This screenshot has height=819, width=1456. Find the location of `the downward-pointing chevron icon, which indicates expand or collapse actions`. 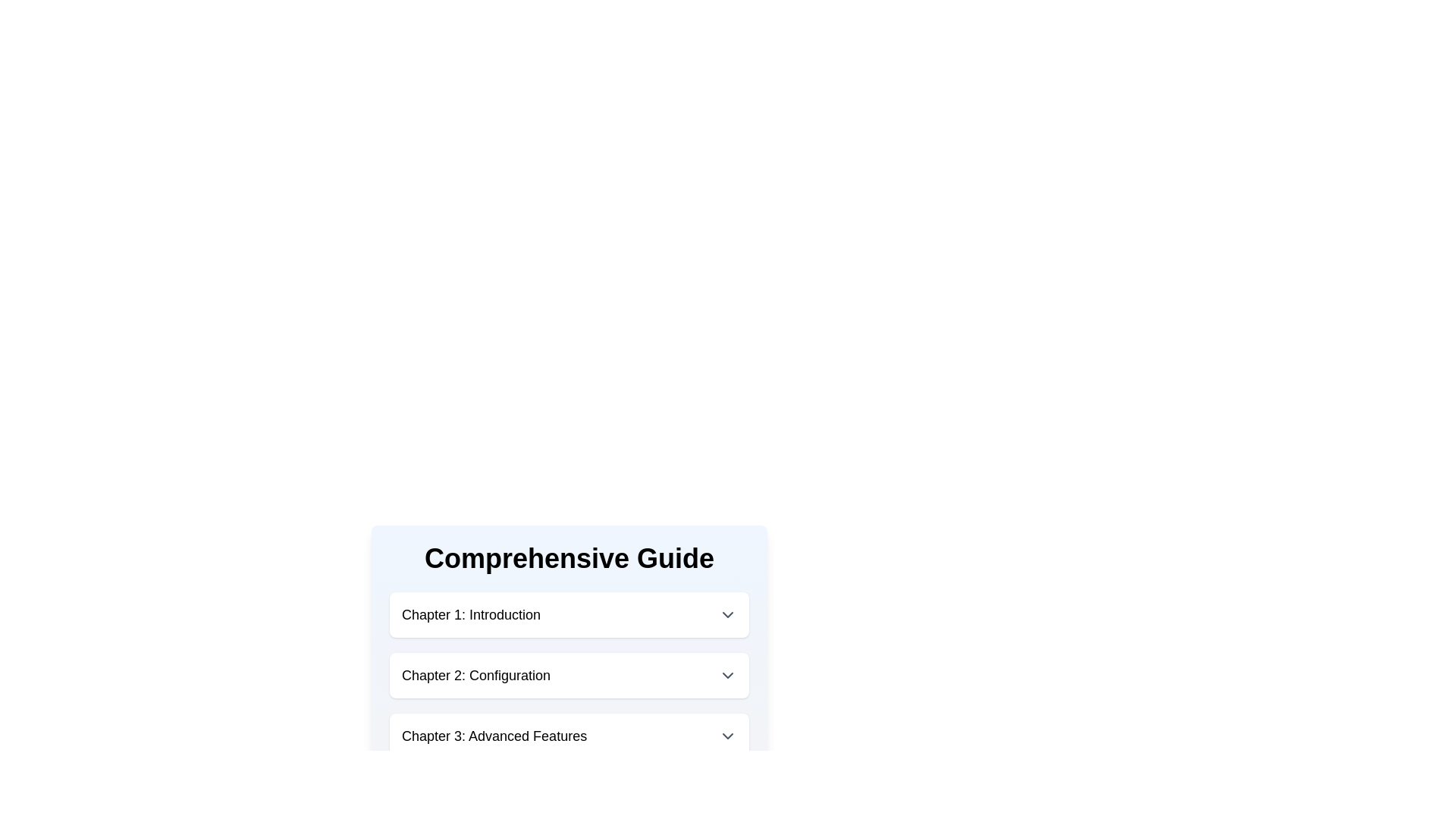

the downward-pointing chevron icon, which indicates expand or collapse actions is located at coordinates (728, 736).